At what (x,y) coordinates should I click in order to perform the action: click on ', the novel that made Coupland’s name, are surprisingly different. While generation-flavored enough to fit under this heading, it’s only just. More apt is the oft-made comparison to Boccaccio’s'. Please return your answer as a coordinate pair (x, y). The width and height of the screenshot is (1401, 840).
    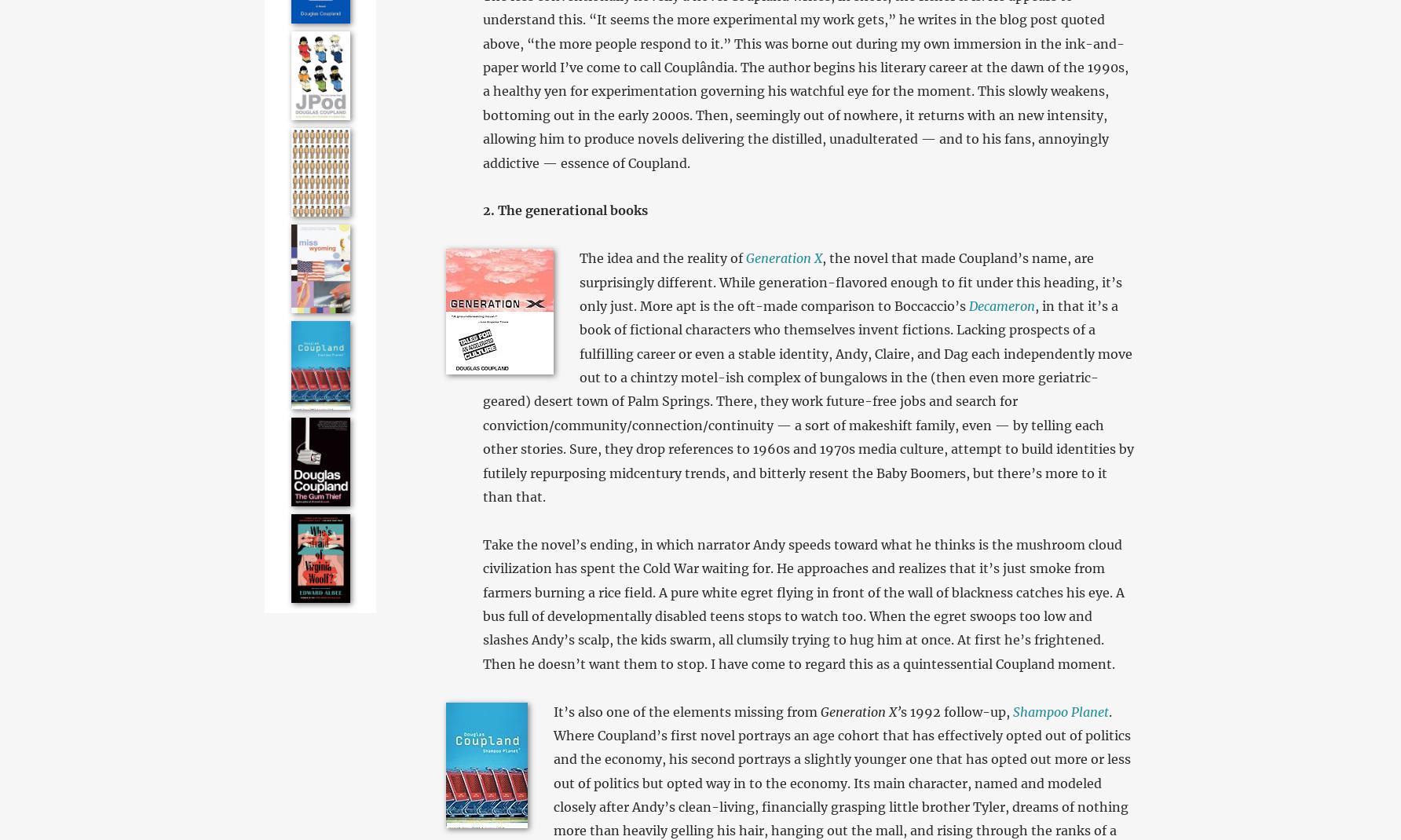
    Looking at the image, I should click on (849, 280).